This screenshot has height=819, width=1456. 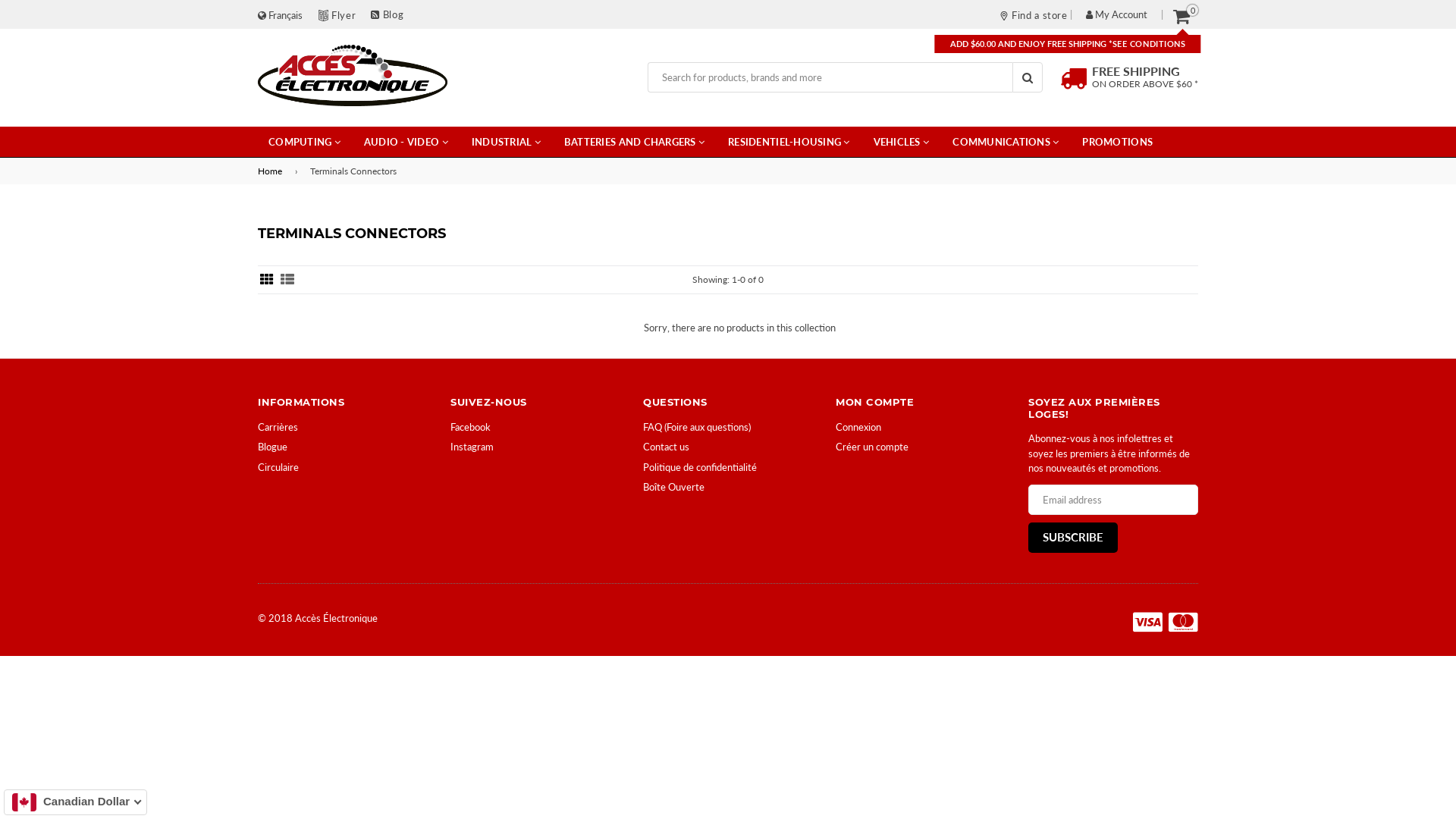 I want to click on 'Blog', so click(x=387, y=14).